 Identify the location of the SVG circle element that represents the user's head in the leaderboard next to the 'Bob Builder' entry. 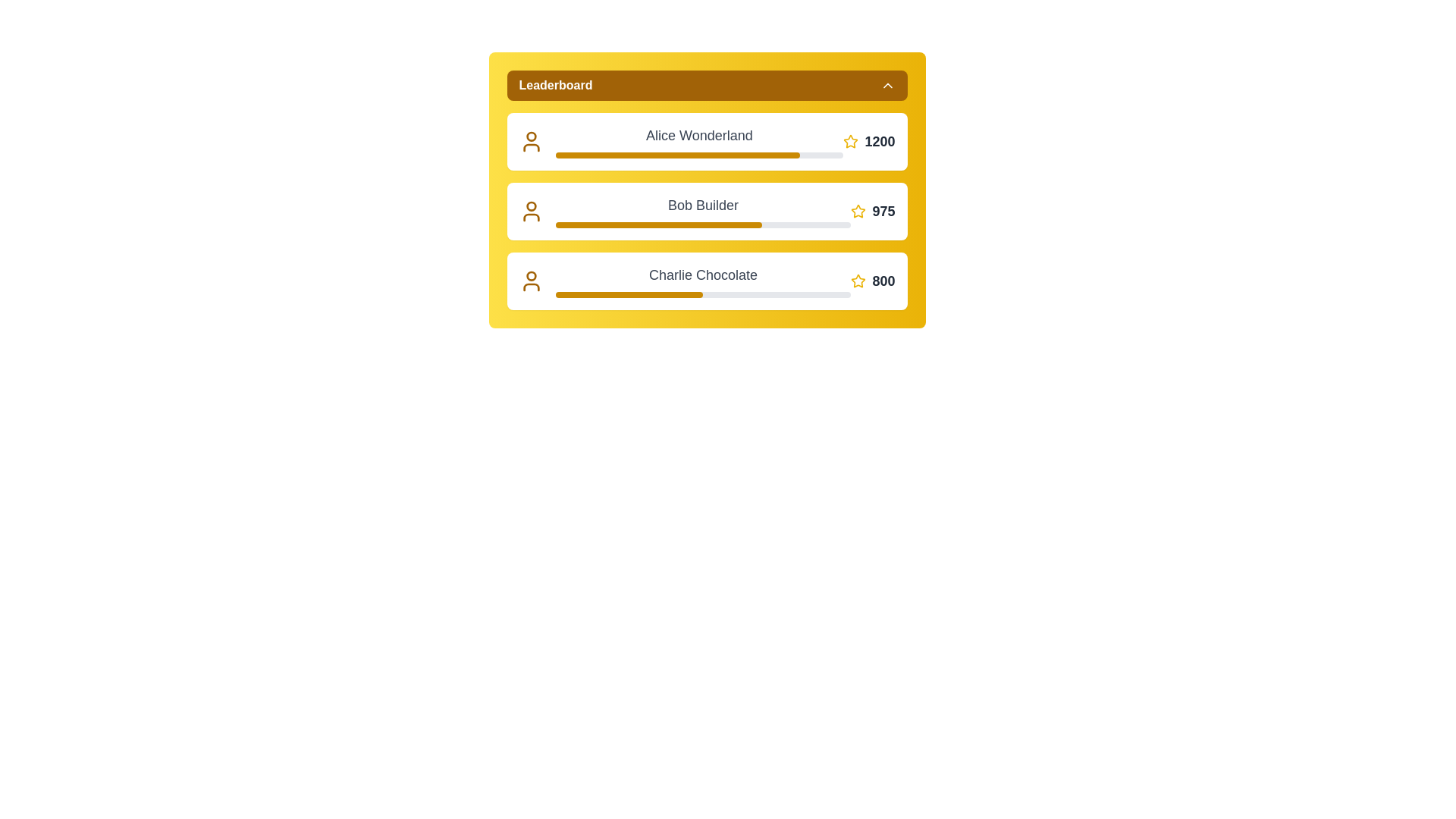
(531, 206).